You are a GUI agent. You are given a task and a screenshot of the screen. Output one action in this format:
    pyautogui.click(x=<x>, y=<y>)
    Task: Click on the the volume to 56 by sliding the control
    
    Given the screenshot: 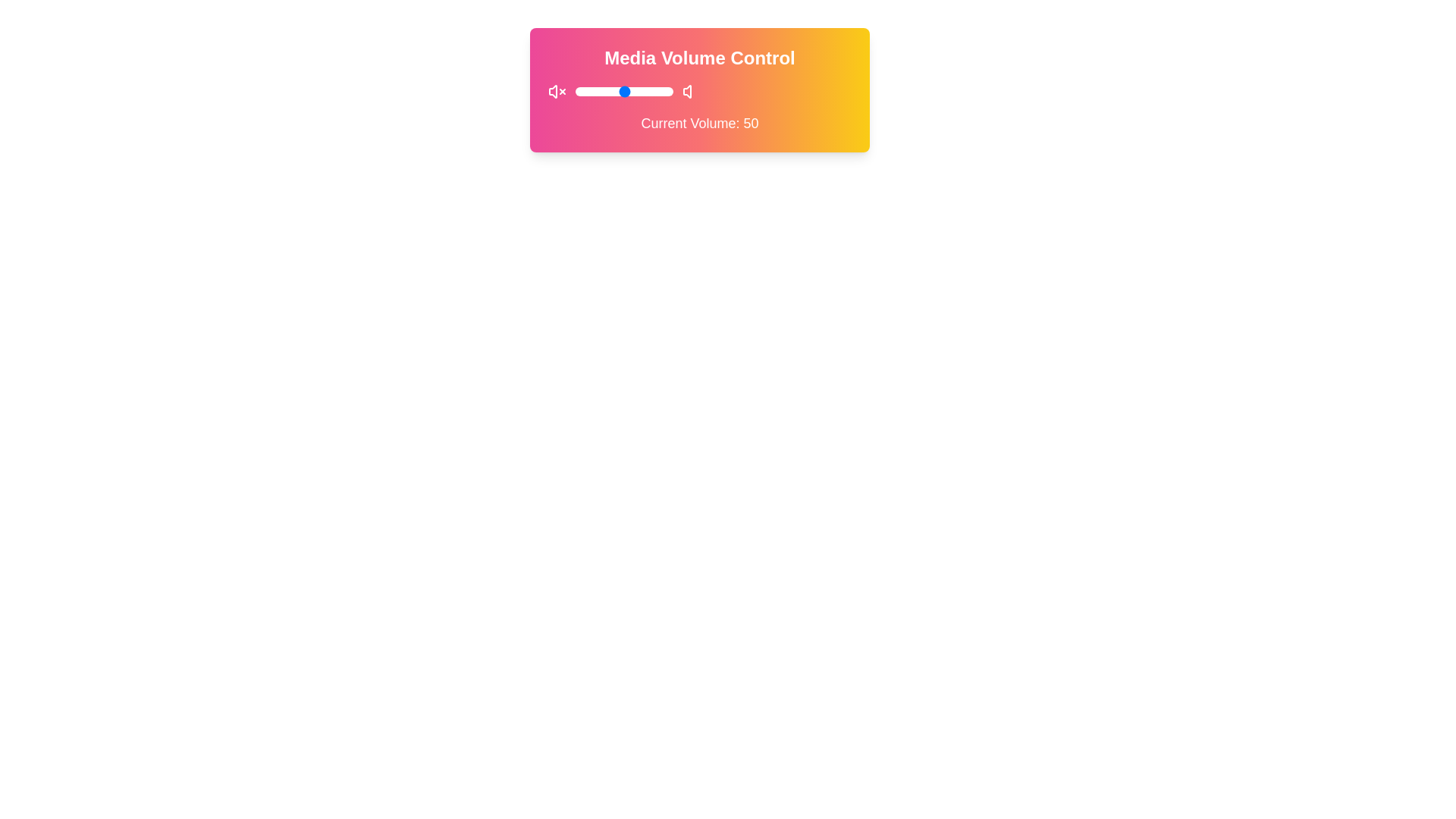 What is the action you would take?
    pyautogui.click(x=630, y=91)
    